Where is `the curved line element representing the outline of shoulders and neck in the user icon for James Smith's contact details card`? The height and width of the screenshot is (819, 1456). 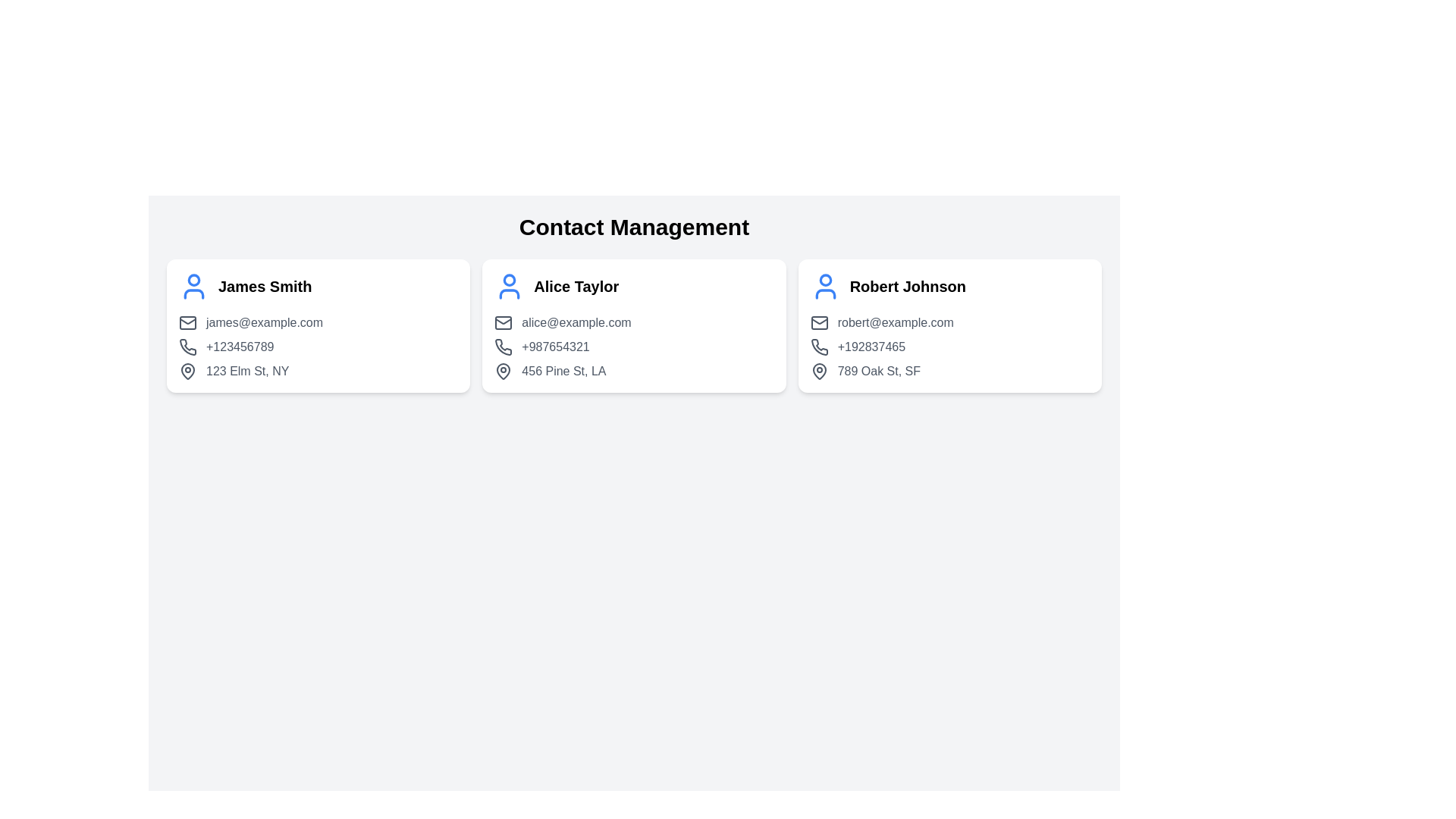
the curved line element representing the outline of shoulders and neck in the user icon for James Smith's contact details card is located at coordinates (192, 294).